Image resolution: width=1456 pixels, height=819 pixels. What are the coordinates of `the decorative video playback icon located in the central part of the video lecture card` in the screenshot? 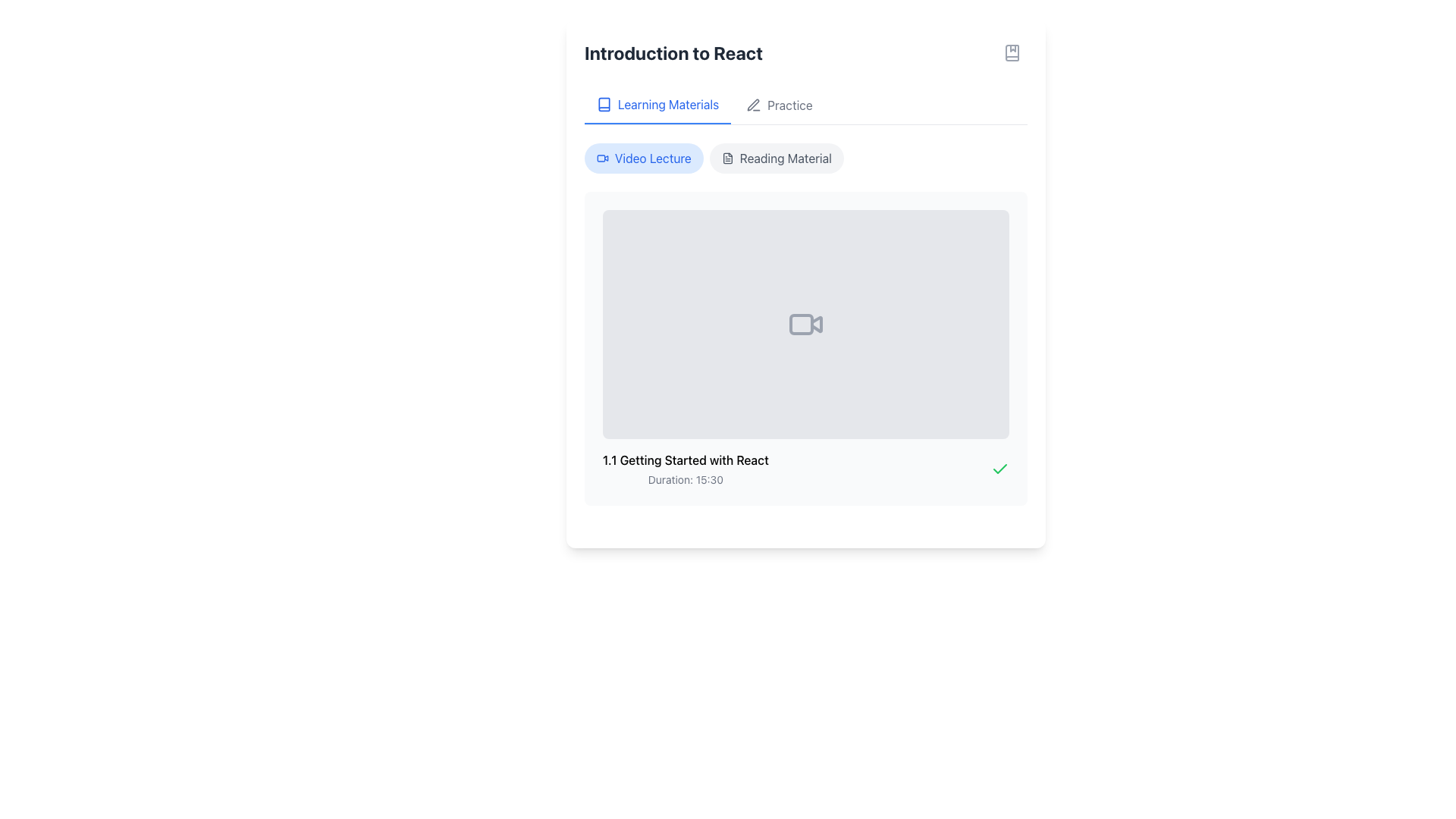 It's located at (815, 323).